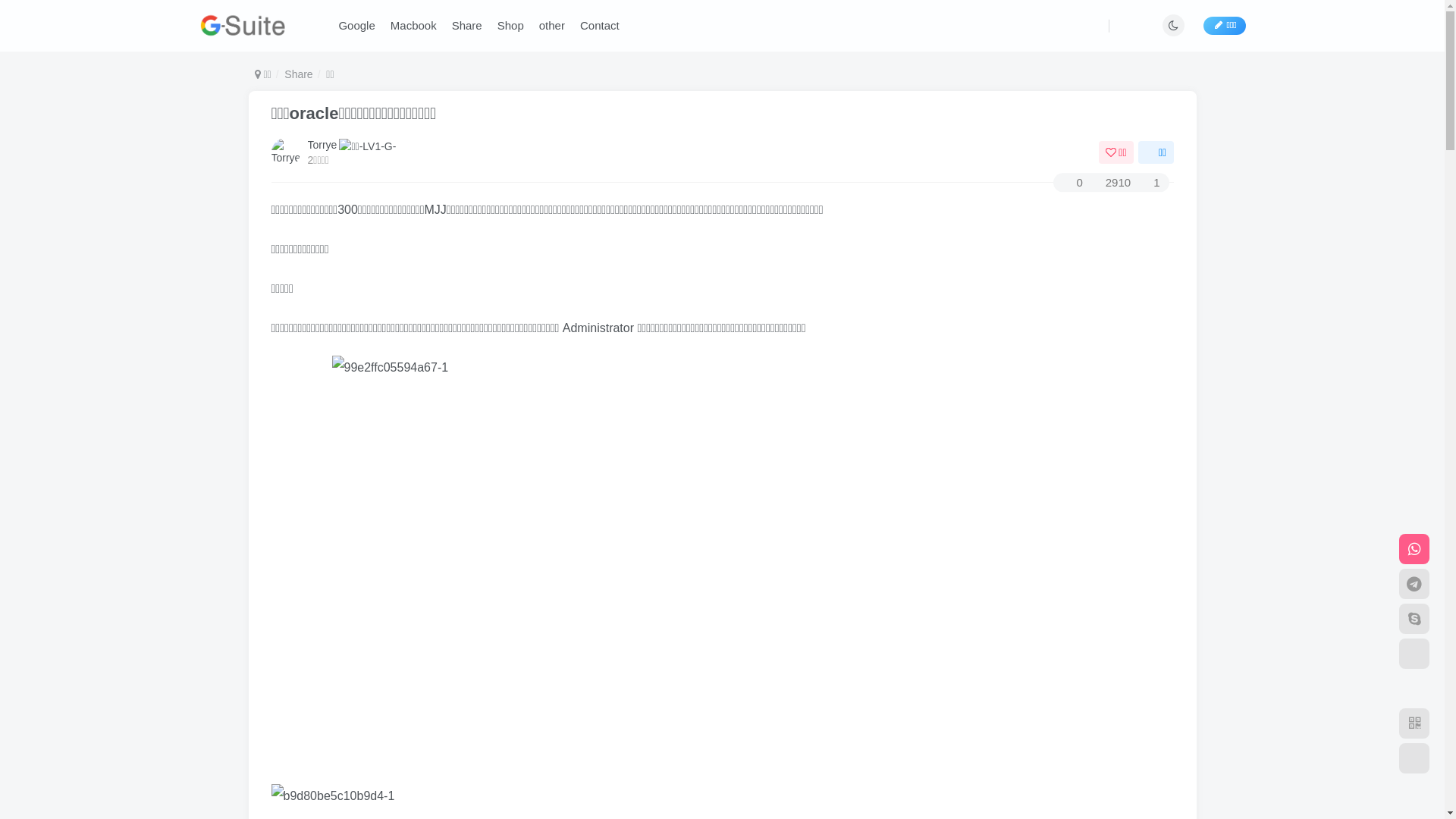 This screenshot has height=819, width=1456. Describe the element at coordinates (599, 26) in the screenshot. I see `'Contact'` at that location.